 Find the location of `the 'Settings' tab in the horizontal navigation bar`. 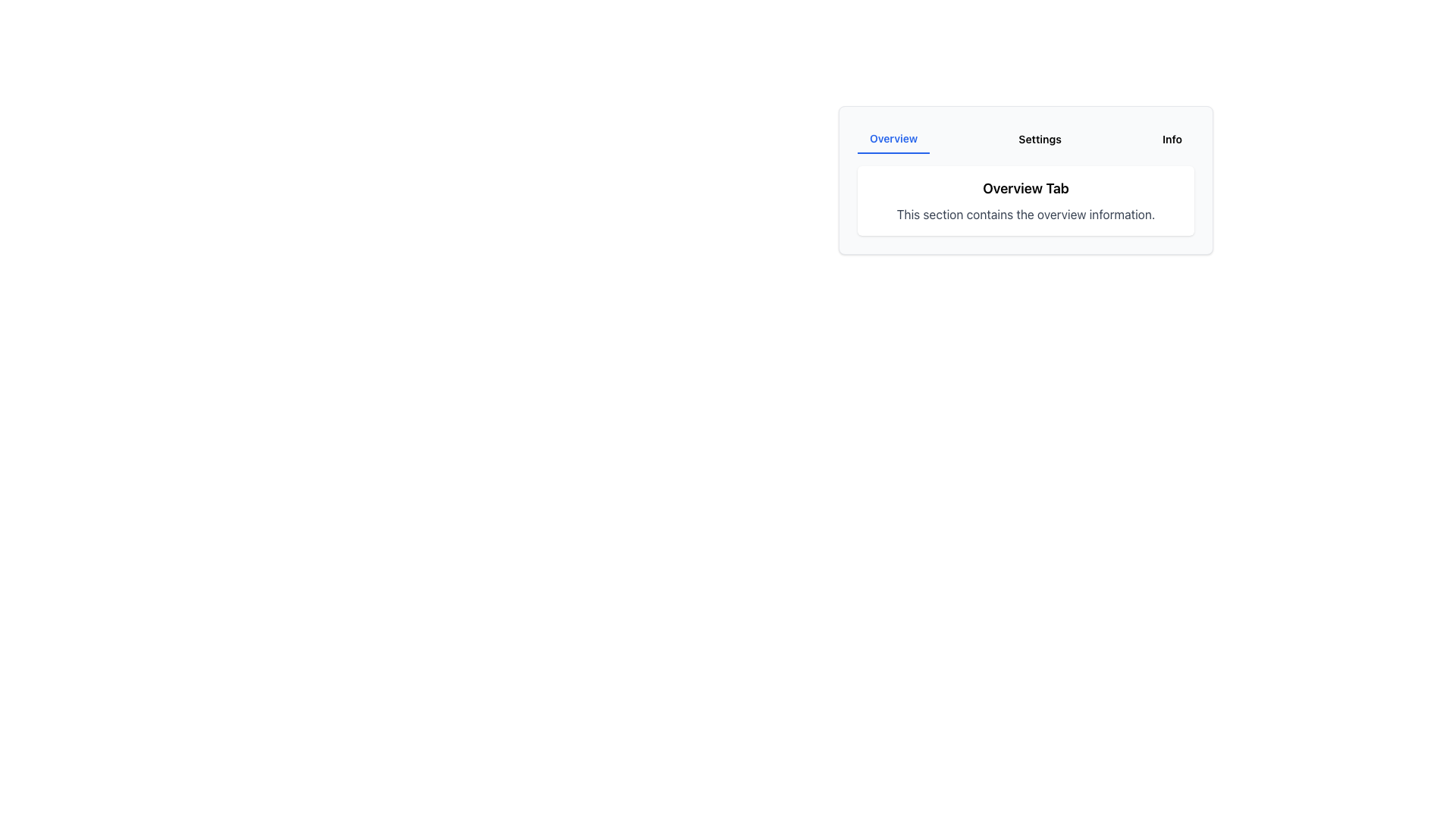

the 'Settings' tab in the horizontal navigation bar is located at coordinates (1026, 140).